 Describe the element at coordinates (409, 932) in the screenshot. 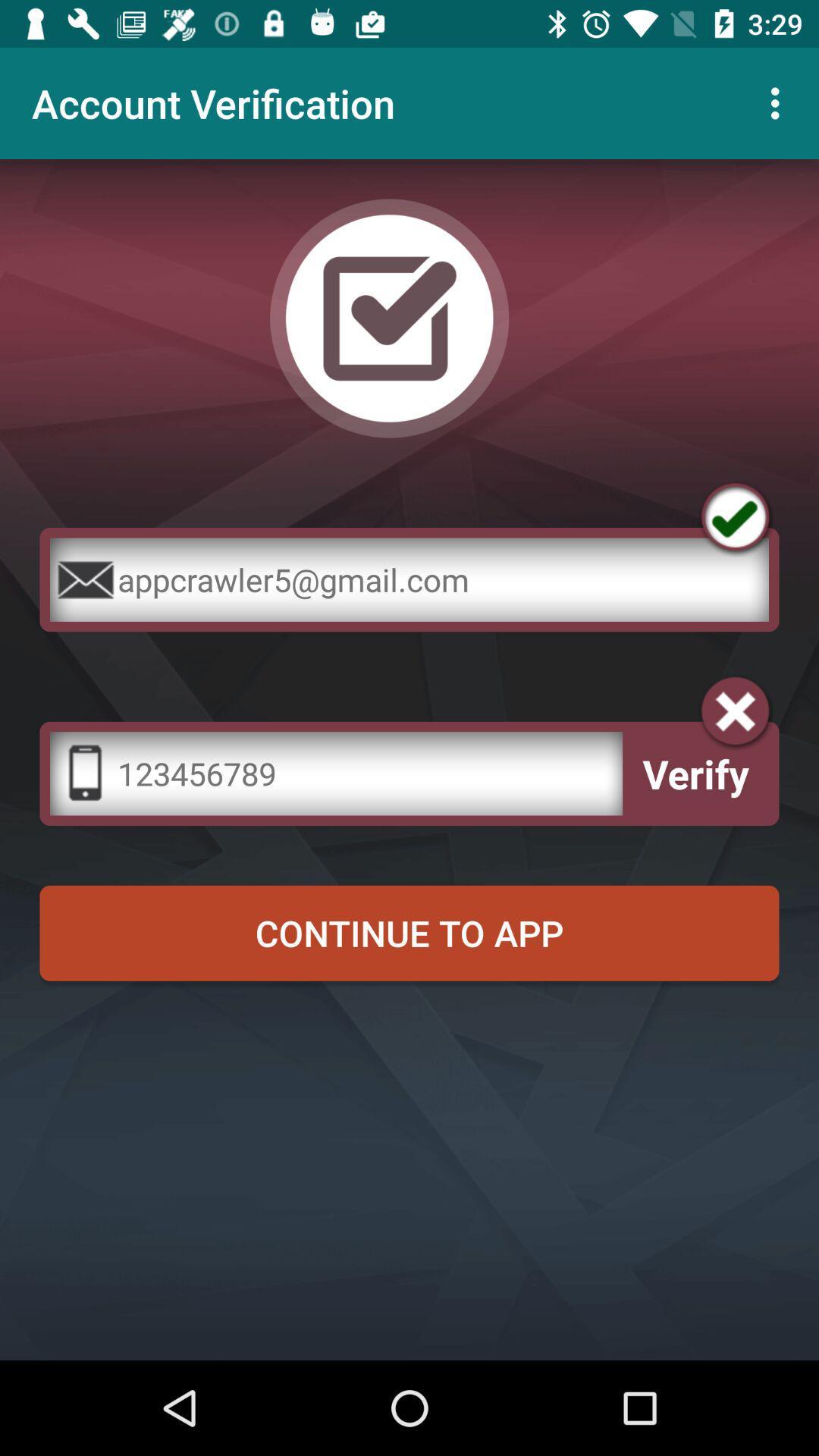

I see `the continue to app` at that location.